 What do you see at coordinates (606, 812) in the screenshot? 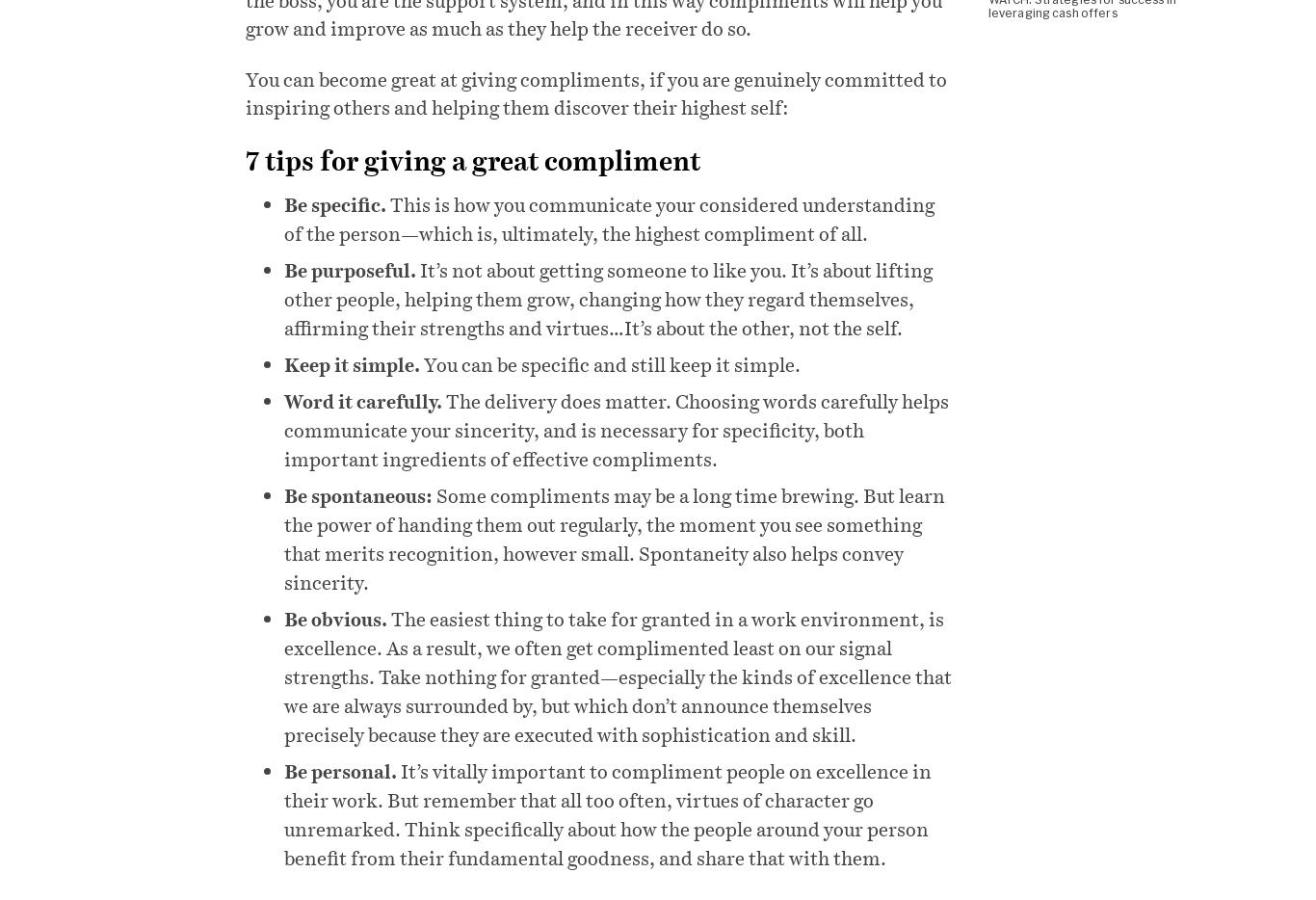
I see `'It’s vitally important to compliment people on excellence in their work. But remember that all too often, virtues of character go unremarked. Think specifically about how the people around your person benefit from their fundamental goodness, and share that with them.'` at bounding box center [606, 812].